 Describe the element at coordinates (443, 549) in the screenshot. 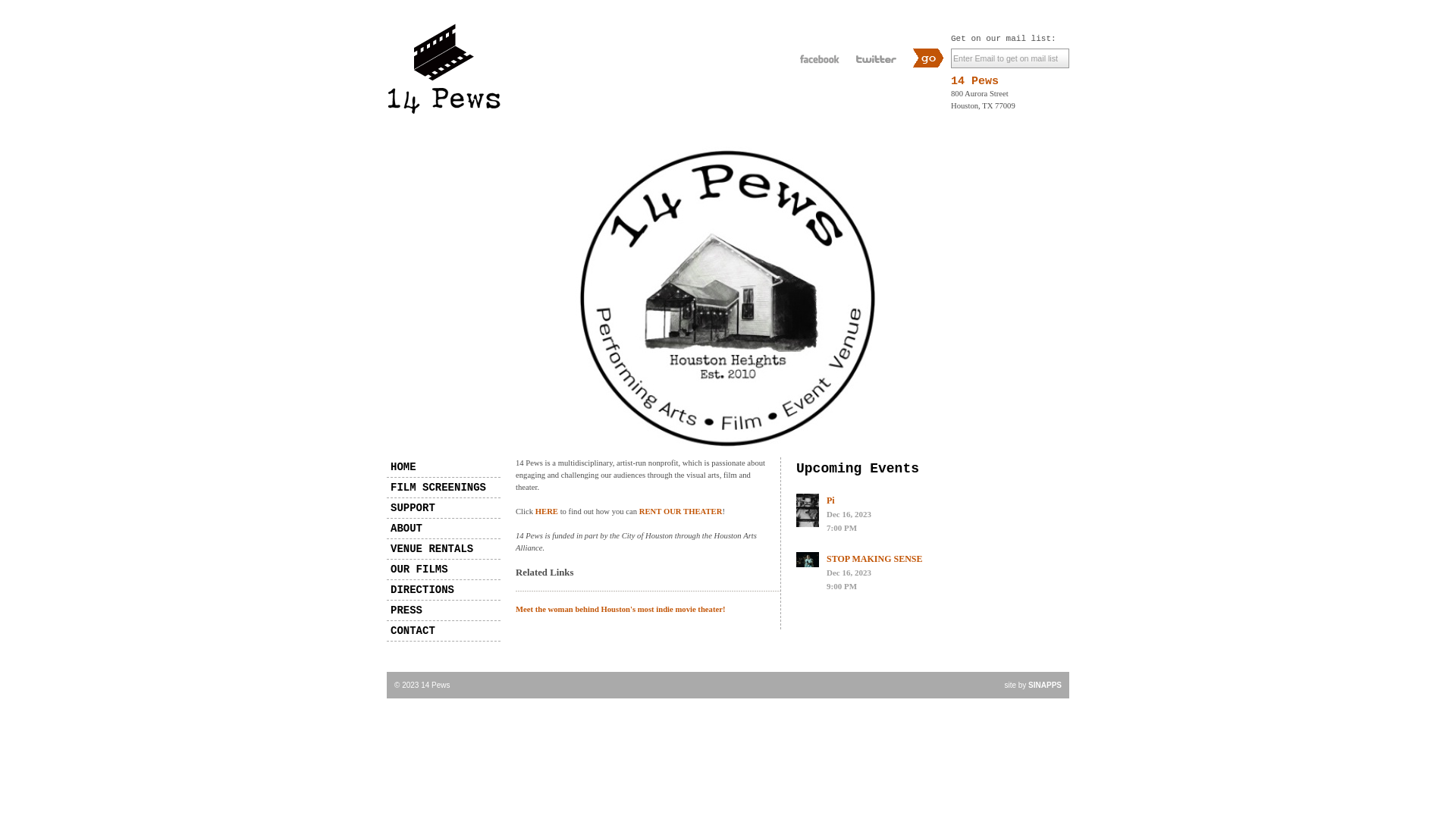

I see `'VENUE RENTALS'` at that location.